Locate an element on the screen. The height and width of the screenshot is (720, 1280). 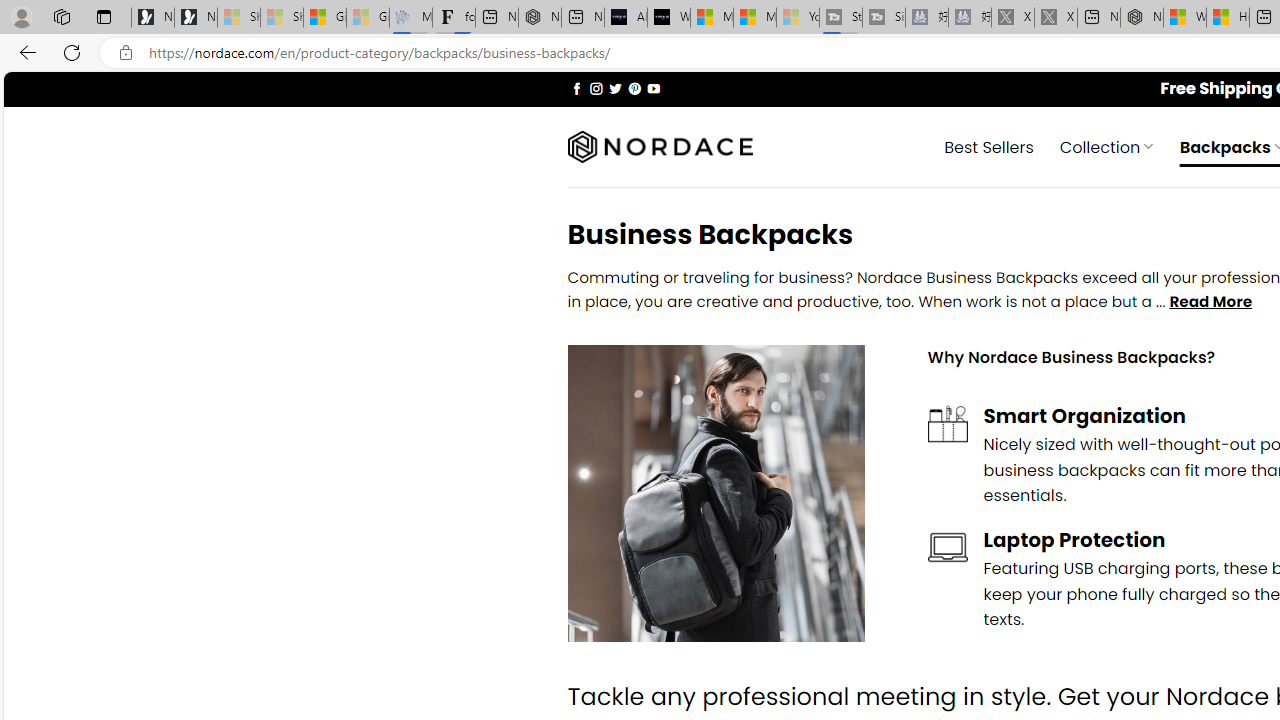
'AI Voice Changer for PC and Mac - Voice.ai' is located at coordinates (624, 17).